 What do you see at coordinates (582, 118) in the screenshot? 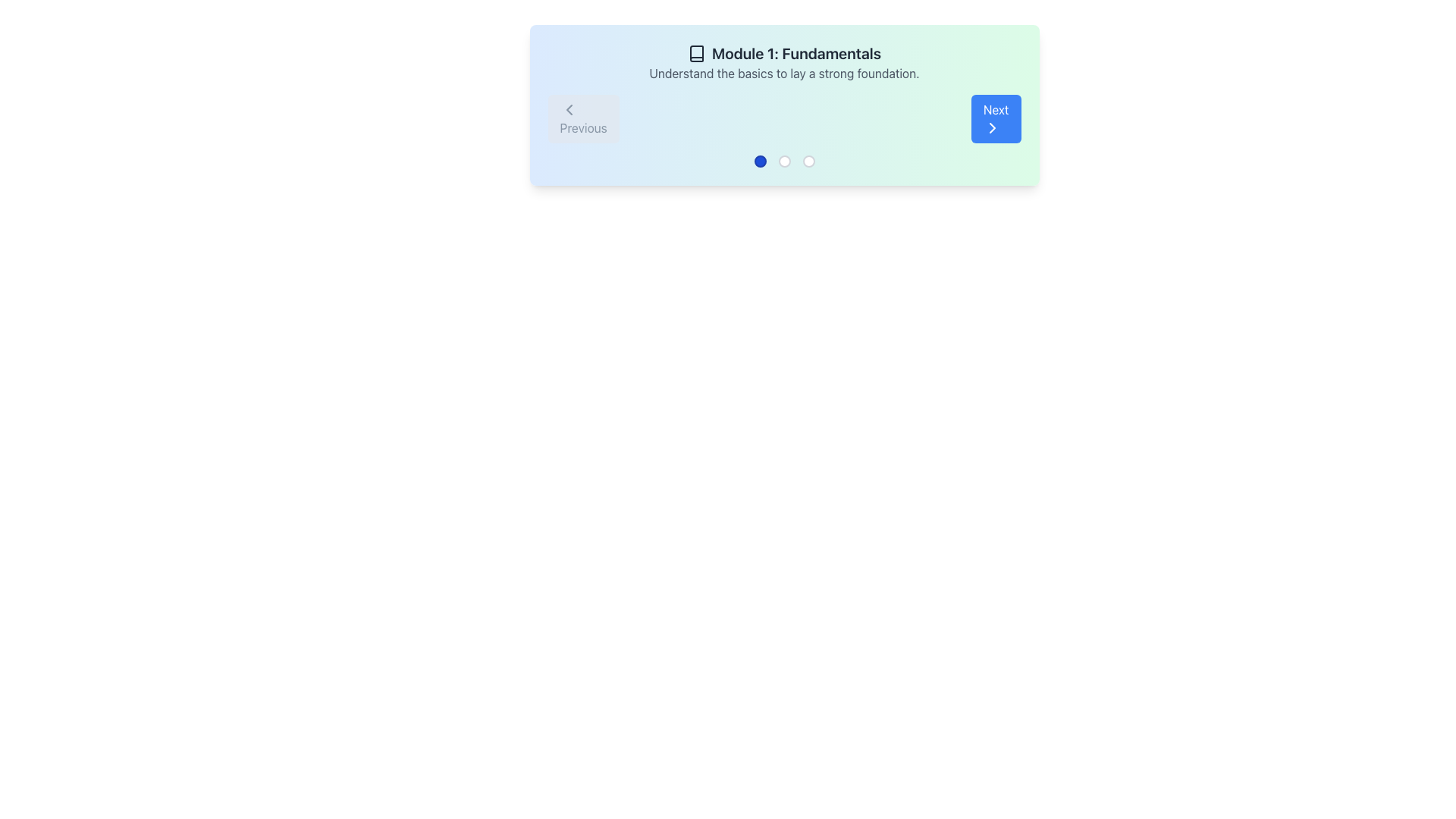
I see `'Previous' button, which is a rectangular button with a gray background and an arrow icon pointing left, for accessibility properties` at bounding box center [582, 118].